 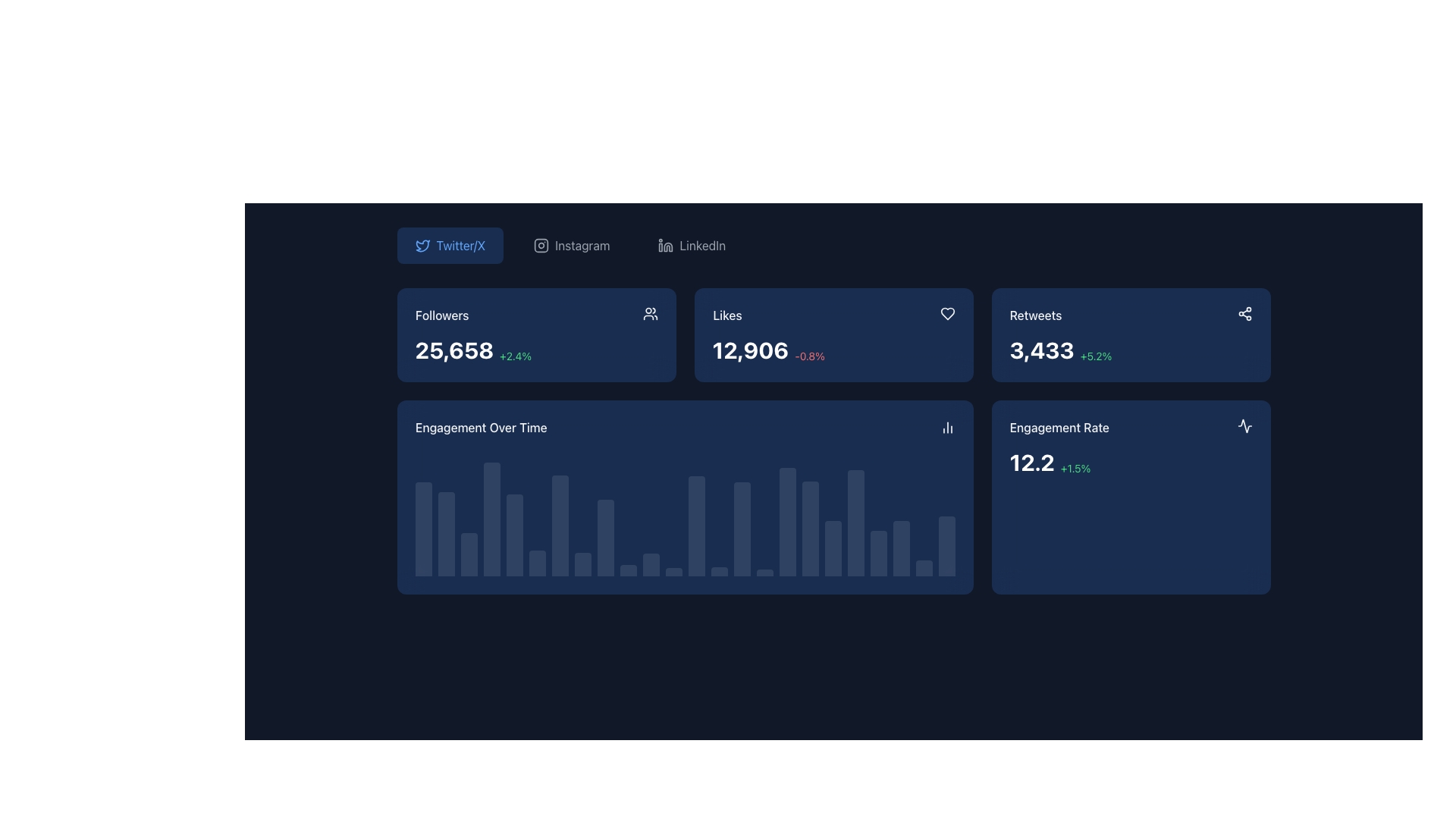 What do you see at coordinates (1244, 426) in the screenshot?
I see `the icon located in the bottom-right corner of the card interface, which is part of an icon group` at bounding box center [1244, 426].